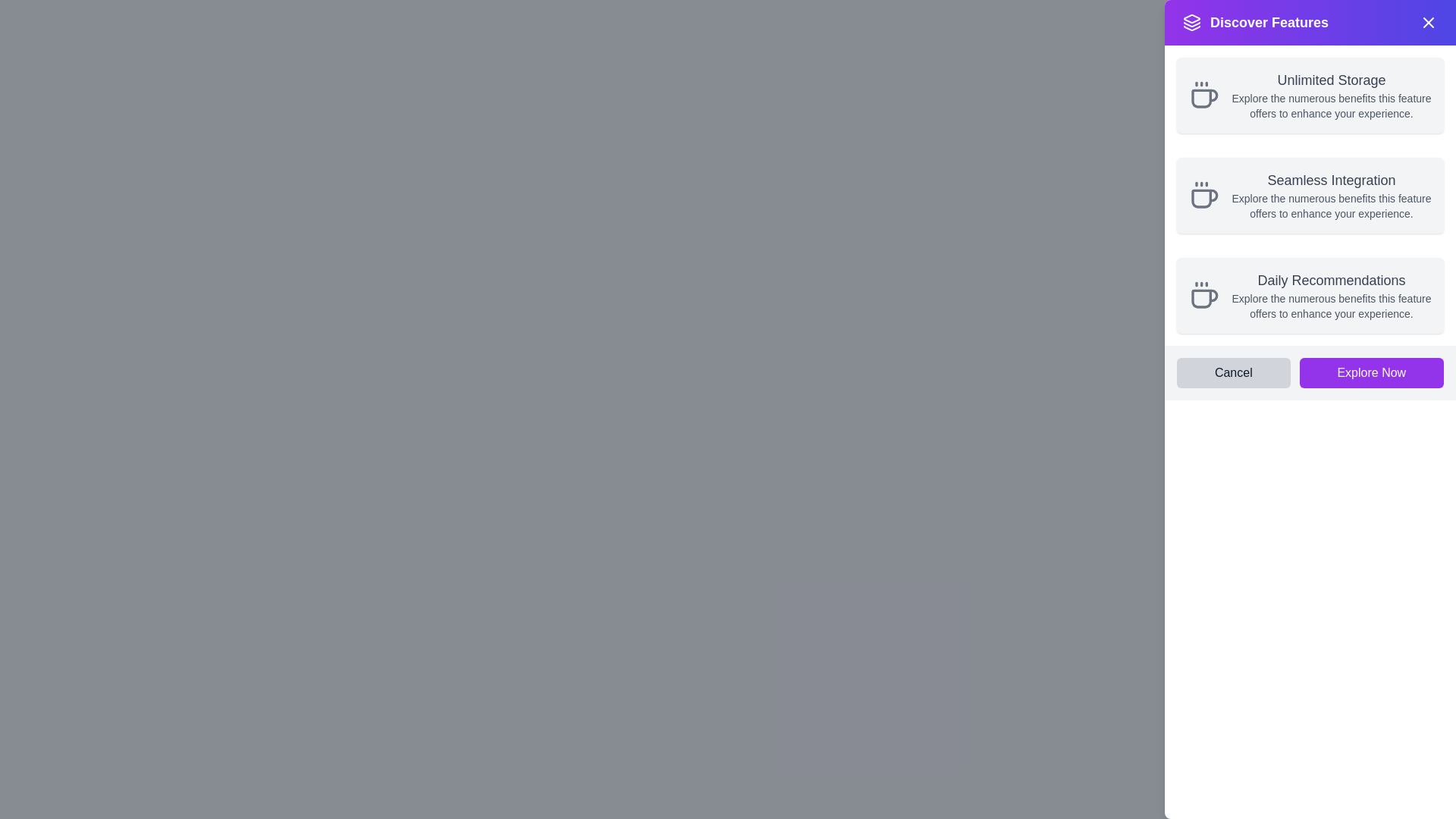 Image resolution: width=1456 pixels, height=819 pixels. What do you see at coordinates (1310, 195) in the screenshot?
I see `description on the second informational card titled 'Seamless Integration', located in the 'Discover Features' section on the right sidebar` at bounding box center [1310, 195].